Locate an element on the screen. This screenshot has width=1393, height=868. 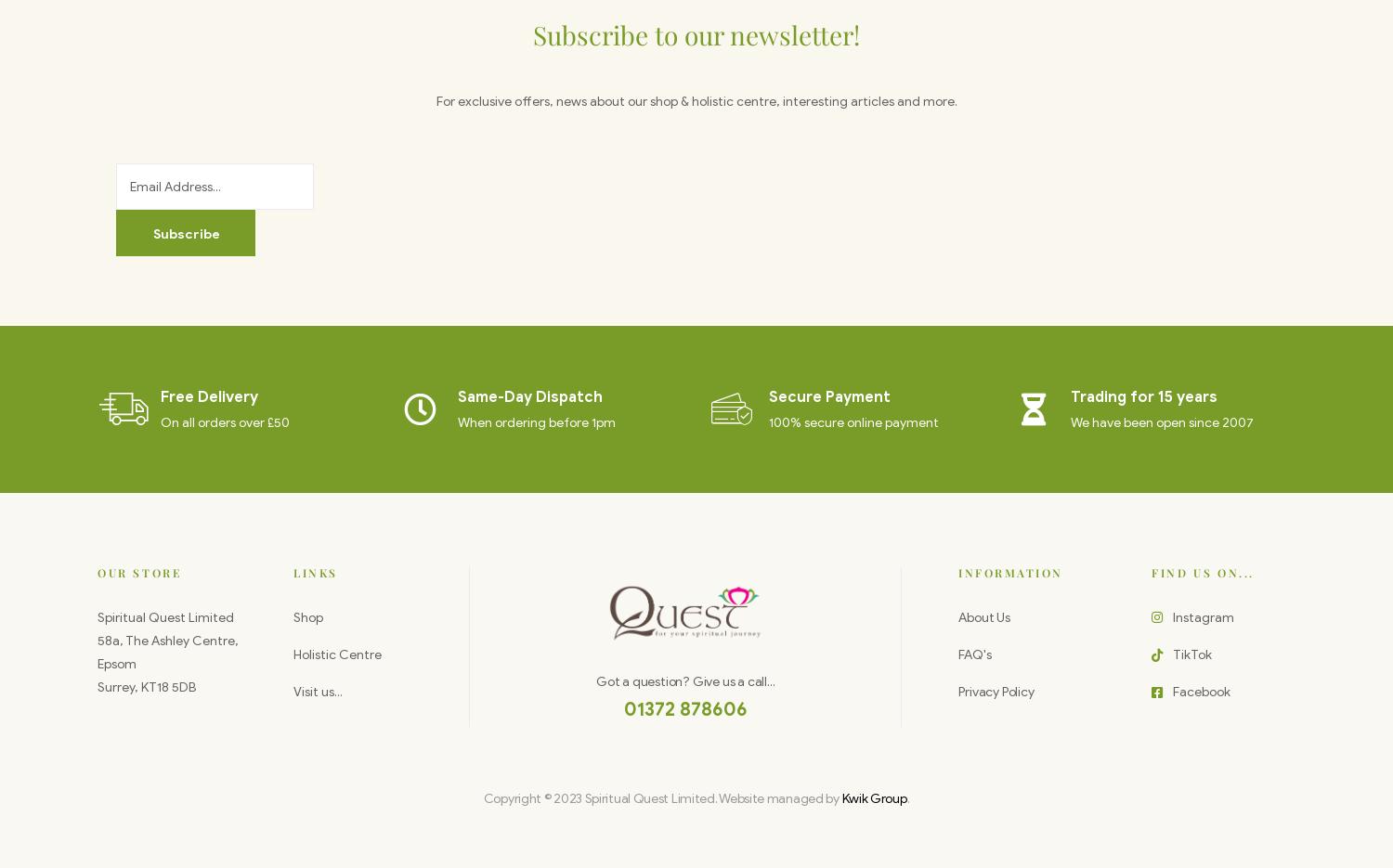
'Surrey, KT18 5DB' is located at coordinates (97, 687).